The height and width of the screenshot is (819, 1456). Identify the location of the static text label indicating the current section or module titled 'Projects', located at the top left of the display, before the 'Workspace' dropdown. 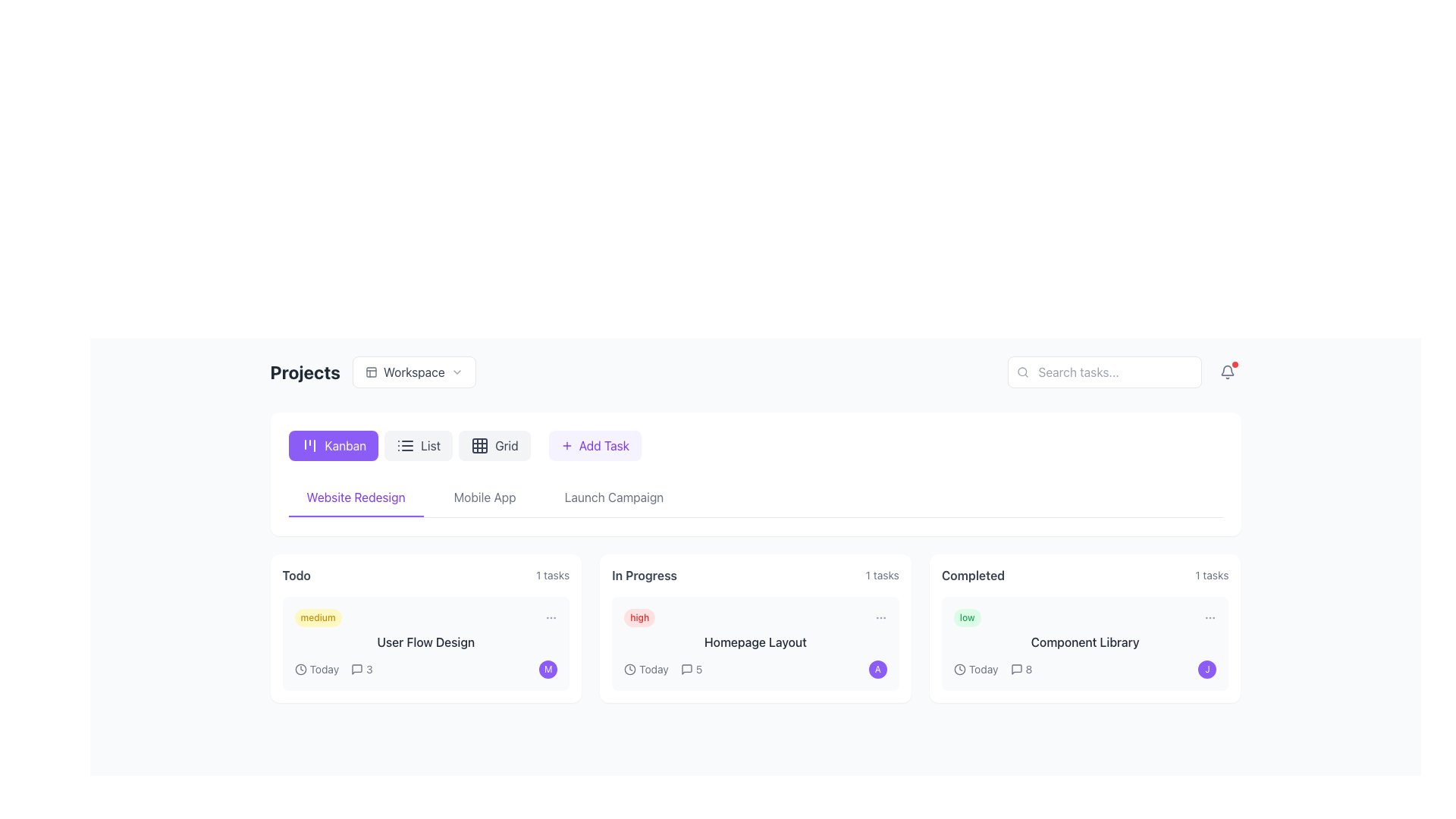
(304, 372).